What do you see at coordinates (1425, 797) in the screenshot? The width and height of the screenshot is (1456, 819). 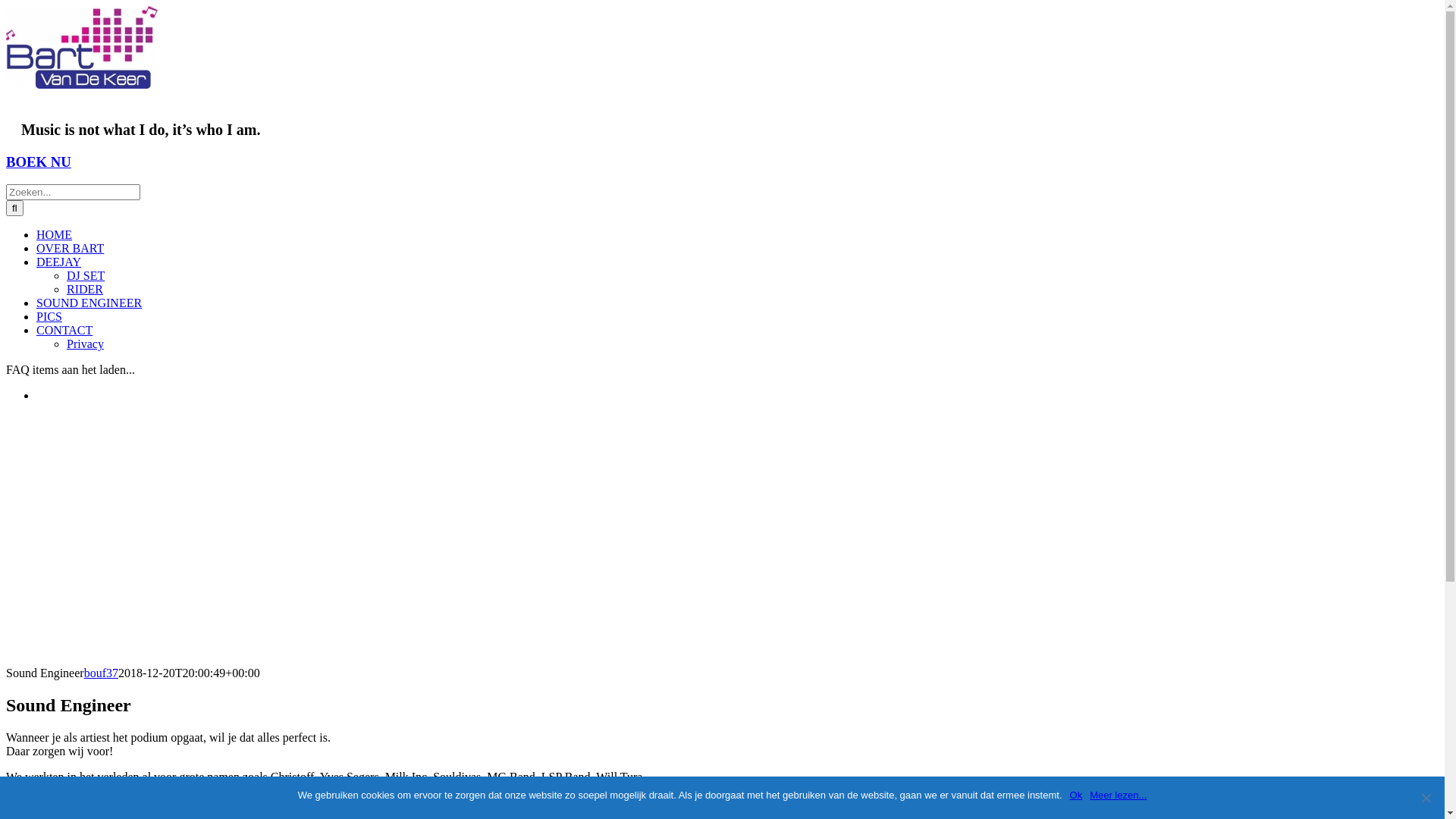 I see `'No'` at bounding box center [1425, 797].